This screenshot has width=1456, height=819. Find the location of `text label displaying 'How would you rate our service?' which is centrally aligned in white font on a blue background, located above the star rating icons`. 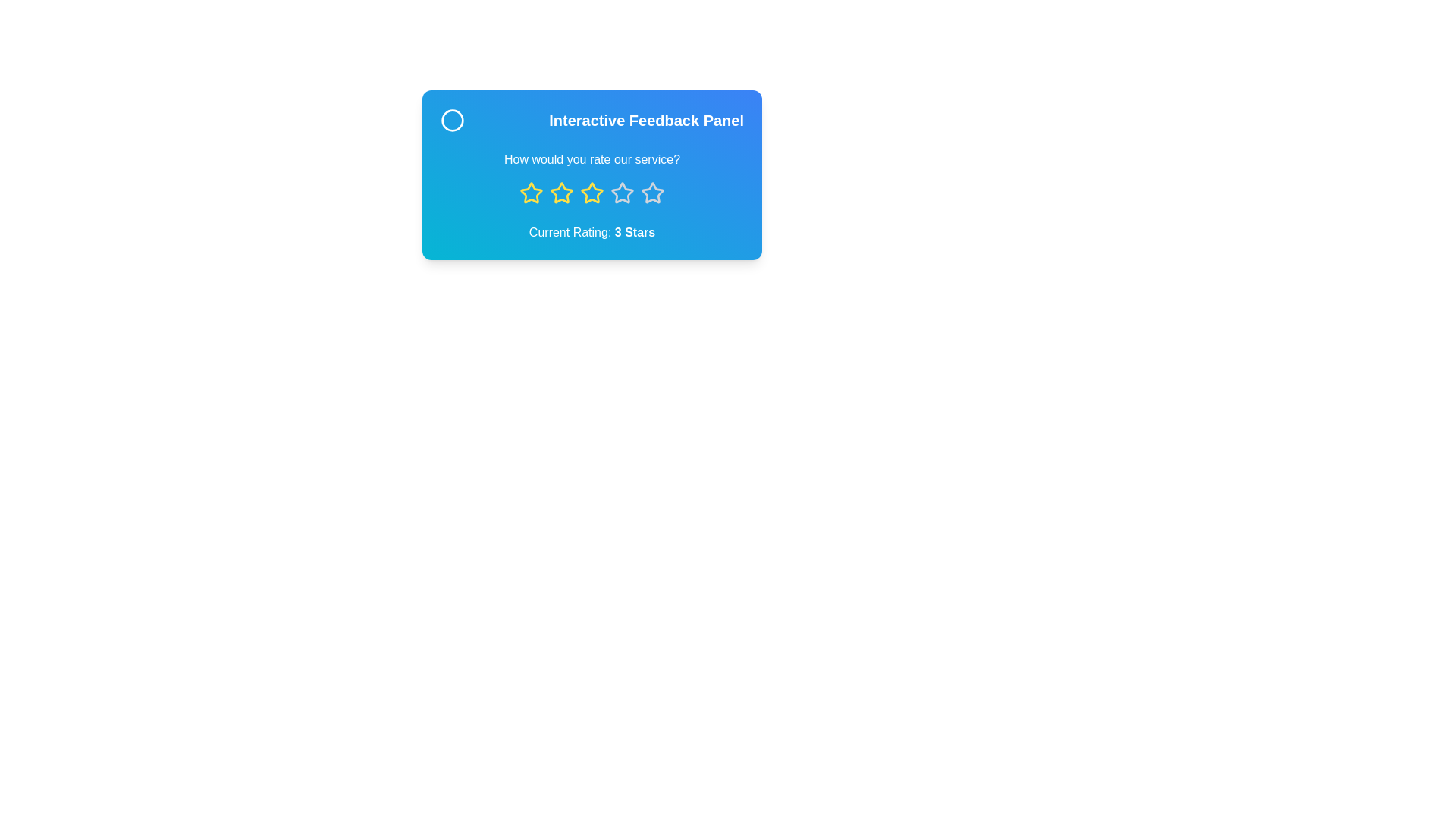

text label displaying 'How would you rate our service?' which is centrally aligned in white font on a blue background, located above the star rating icons is located at coordinates (591, 160).